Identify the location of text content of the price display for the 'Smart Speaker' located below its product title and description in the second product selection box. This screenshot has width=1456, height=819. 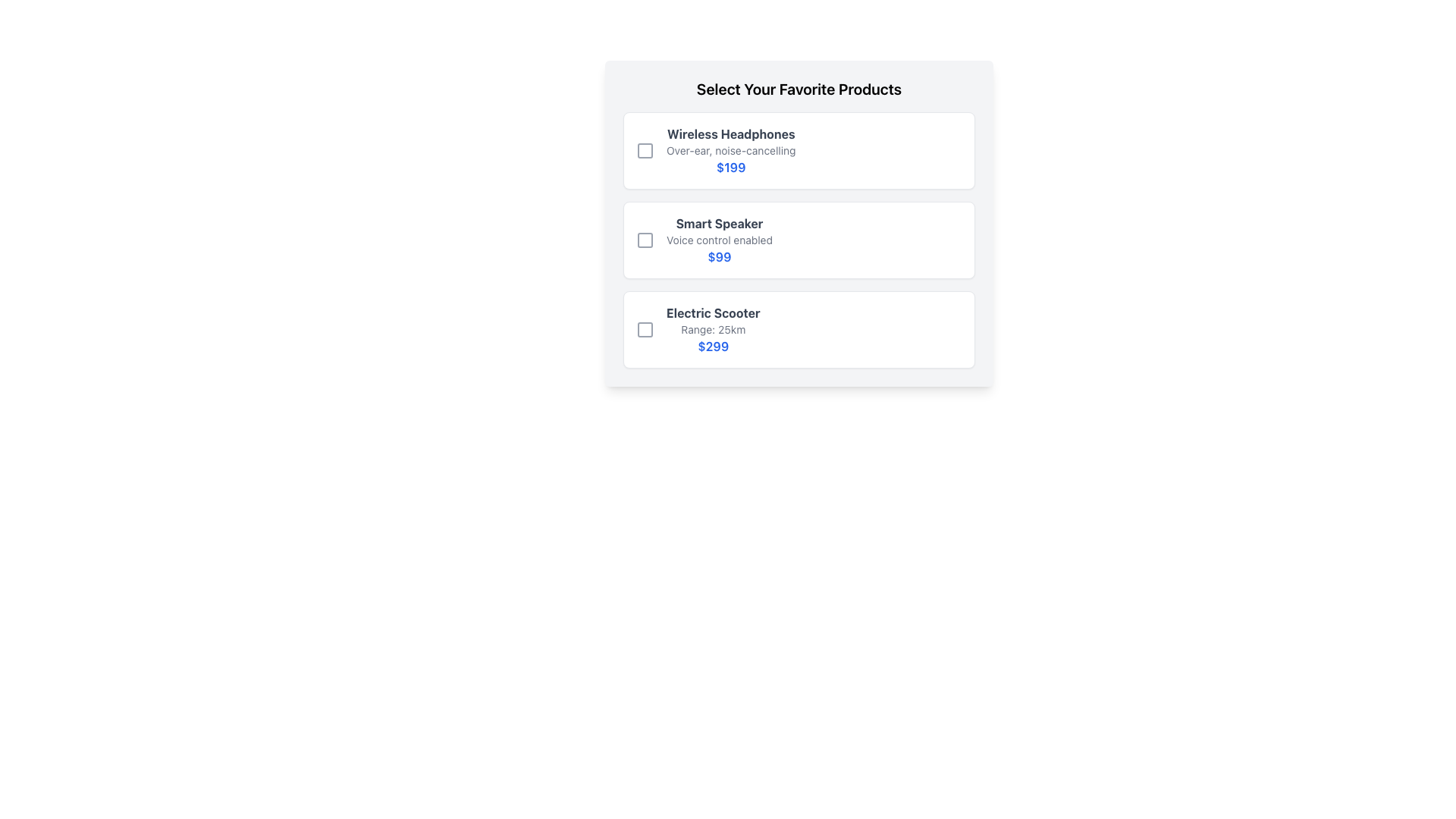
(719, 256).